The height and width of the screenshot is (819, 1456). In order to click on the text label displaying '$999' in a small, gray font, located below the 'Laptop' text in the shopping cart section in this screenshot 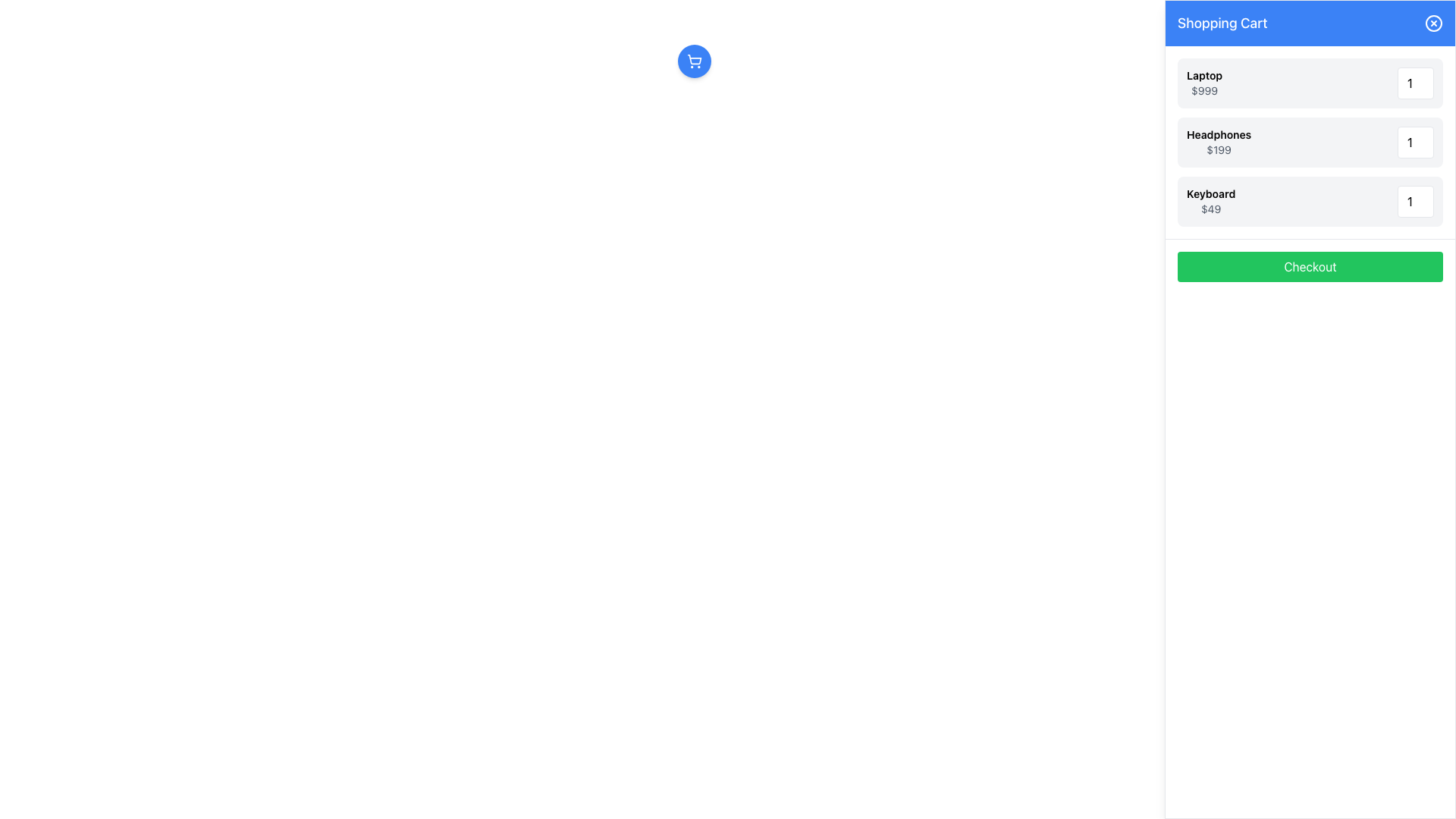, I will do `click(1203, 90)`.